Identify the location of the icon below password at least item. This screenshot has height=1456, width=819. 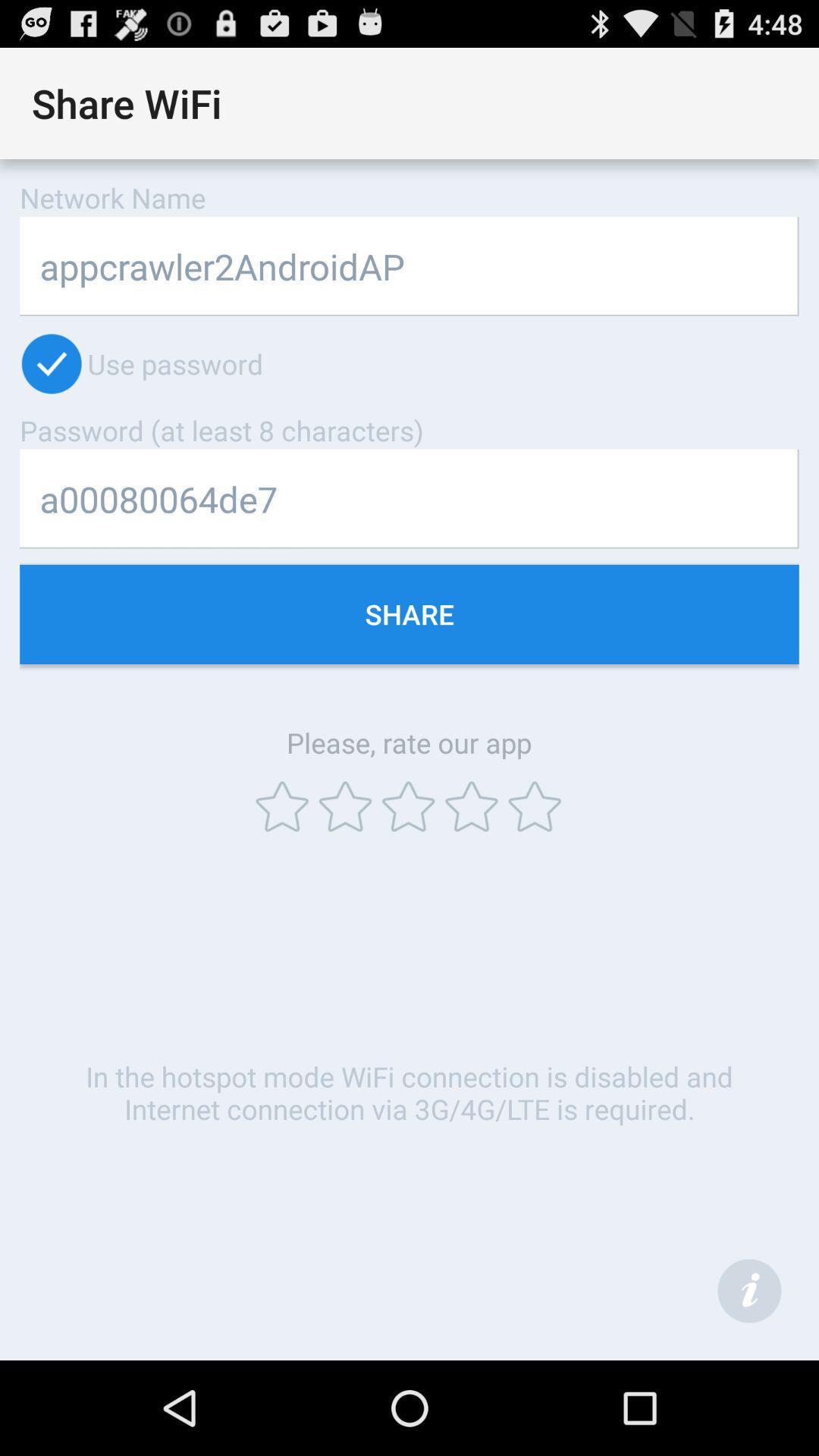
(409, 499).